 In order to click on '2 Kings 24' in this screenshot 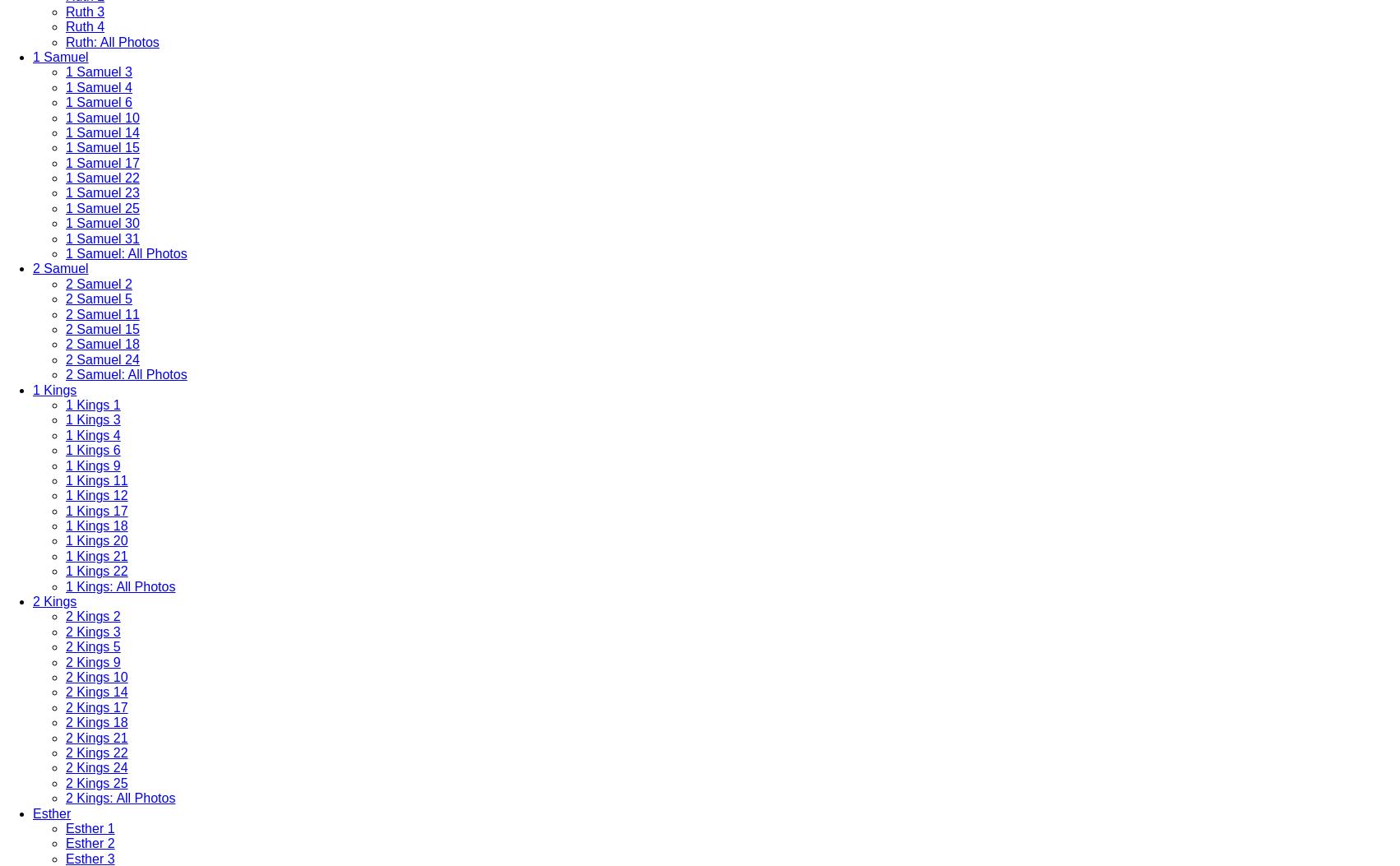, I will do `click(96, 766)`.